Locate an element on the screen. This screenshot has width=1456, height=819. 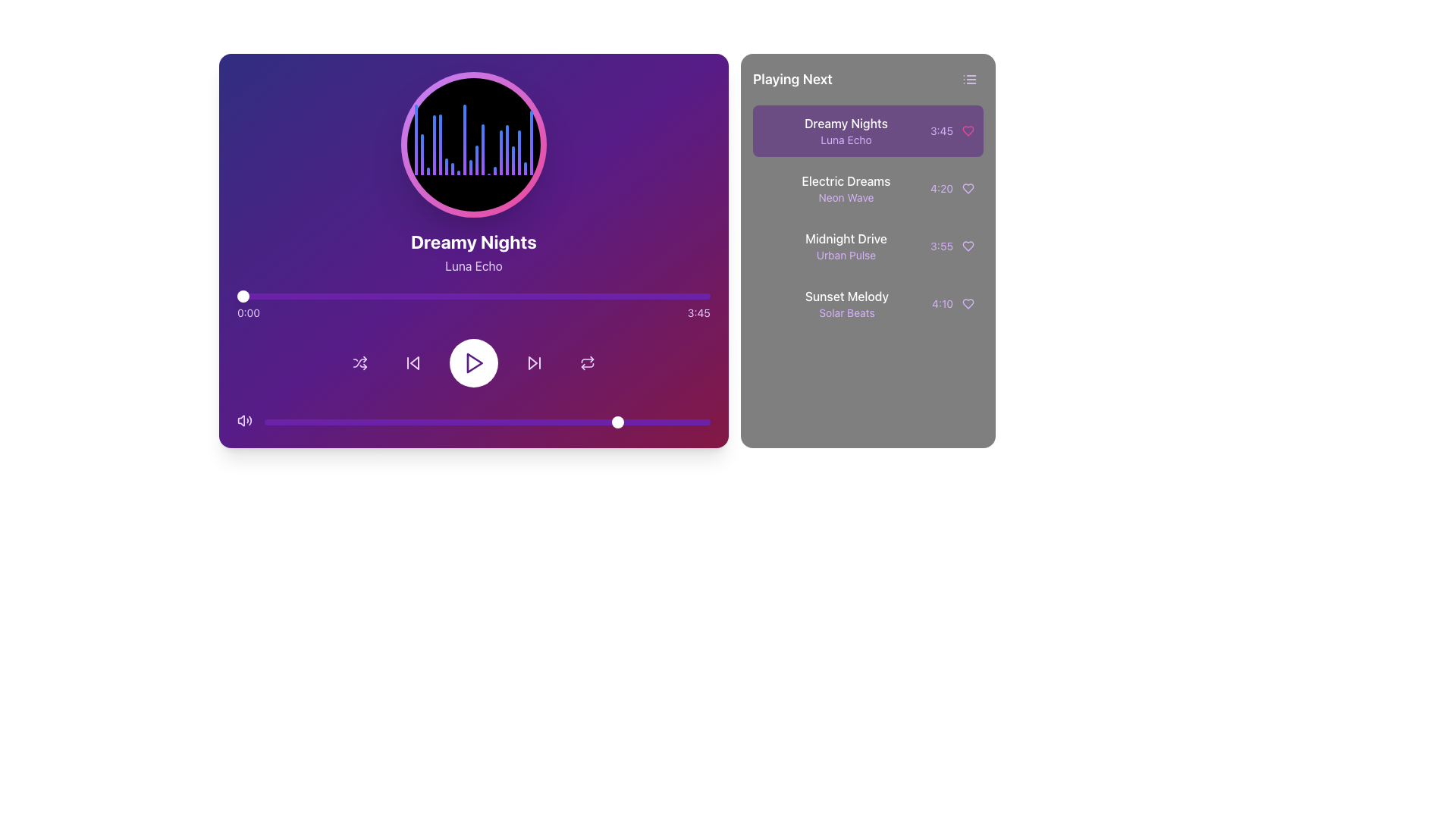
the progress bar located centrally within the audio player section is located at coordinates (472, 296).